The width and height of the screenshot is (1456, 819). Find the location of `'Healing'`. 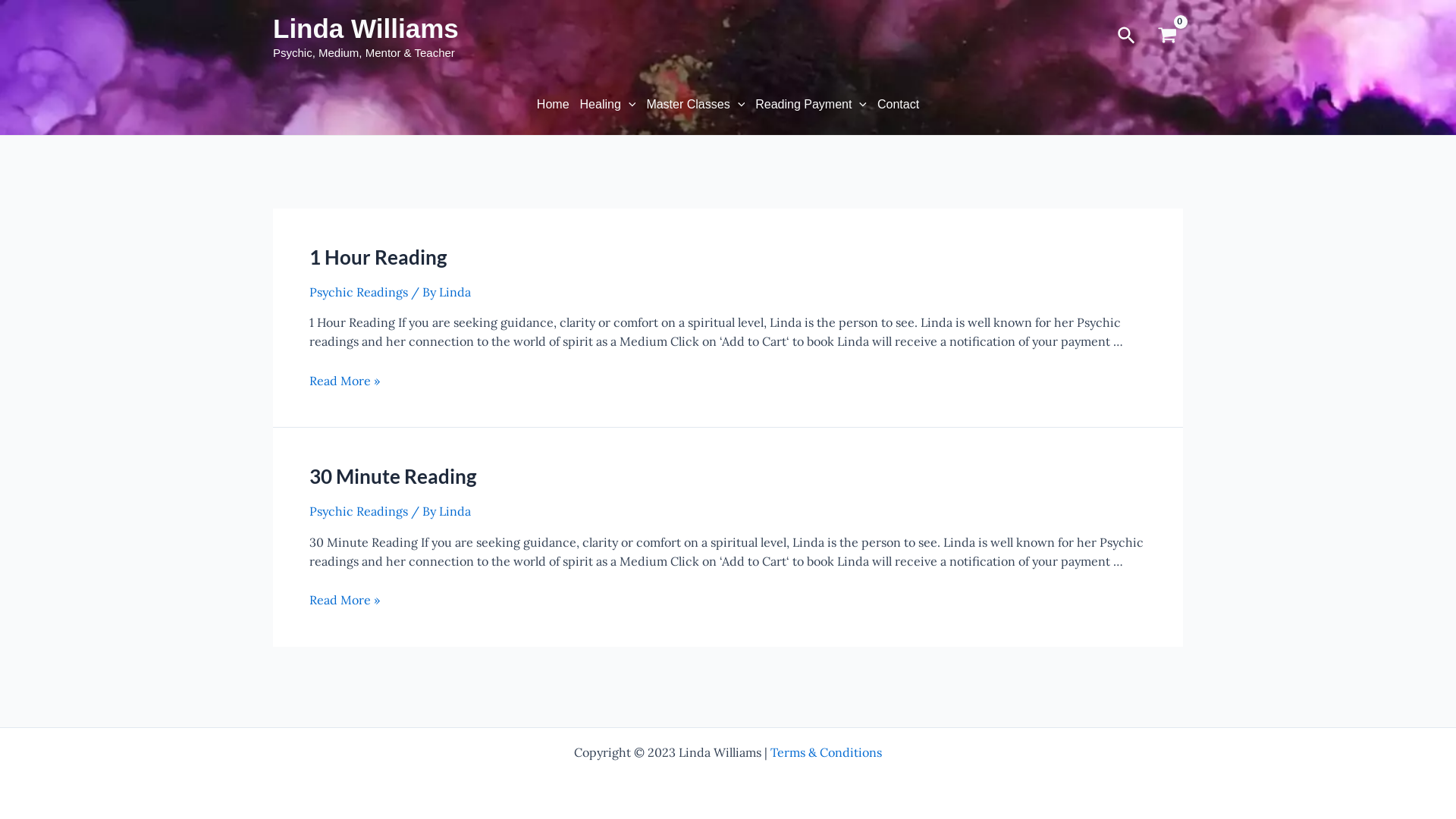

'Healing' is located at coordinates (607, 104).